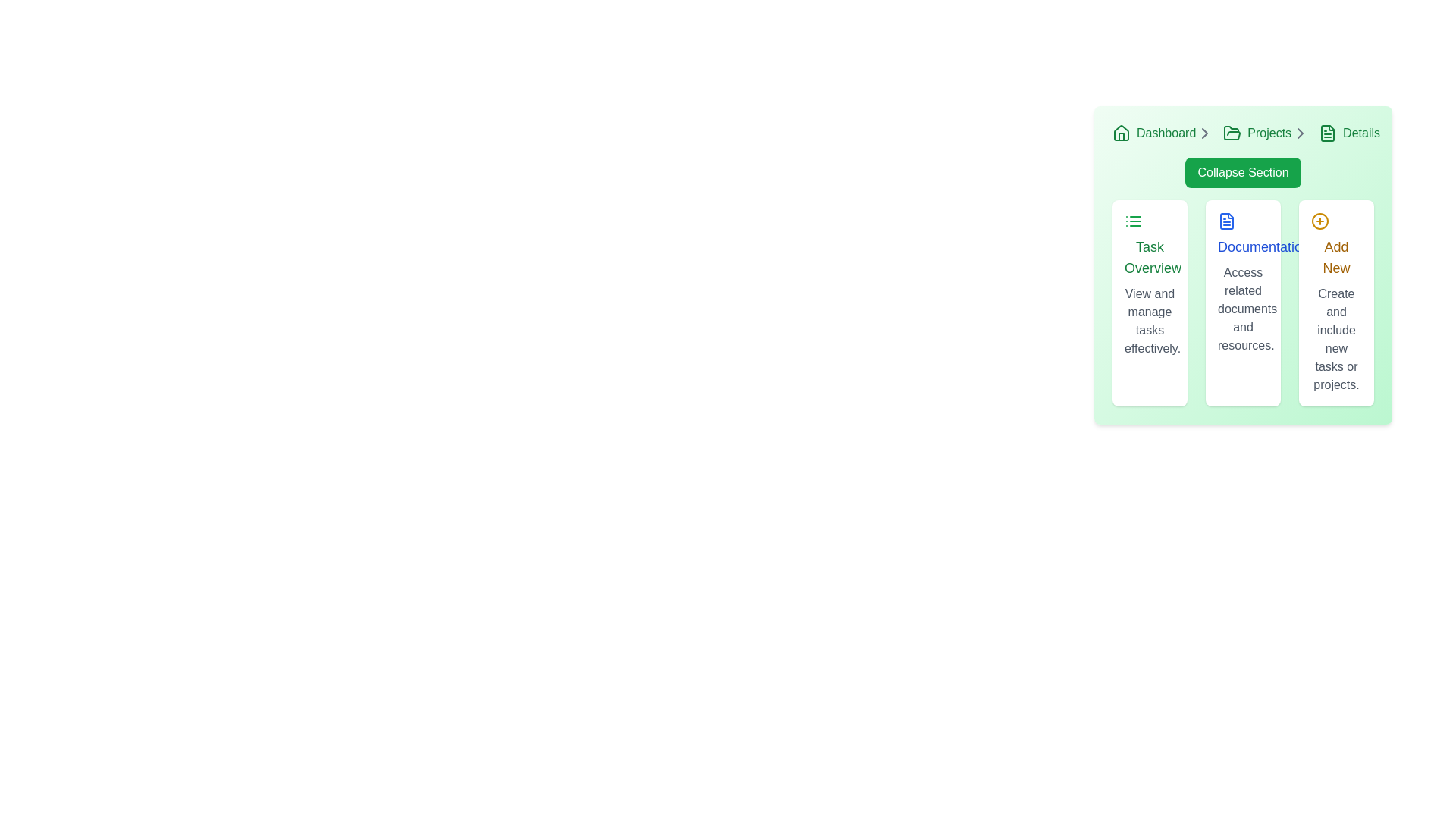 This screenshot has width=1456, height=819. What do you see at coordinates (1269, 133) in the screenshot?
I see `the breadcrumb text label that indicates the current section, positioned between the 'folder icon' and 'Details' in the navigation bar` at bounding box center [1269, 133].